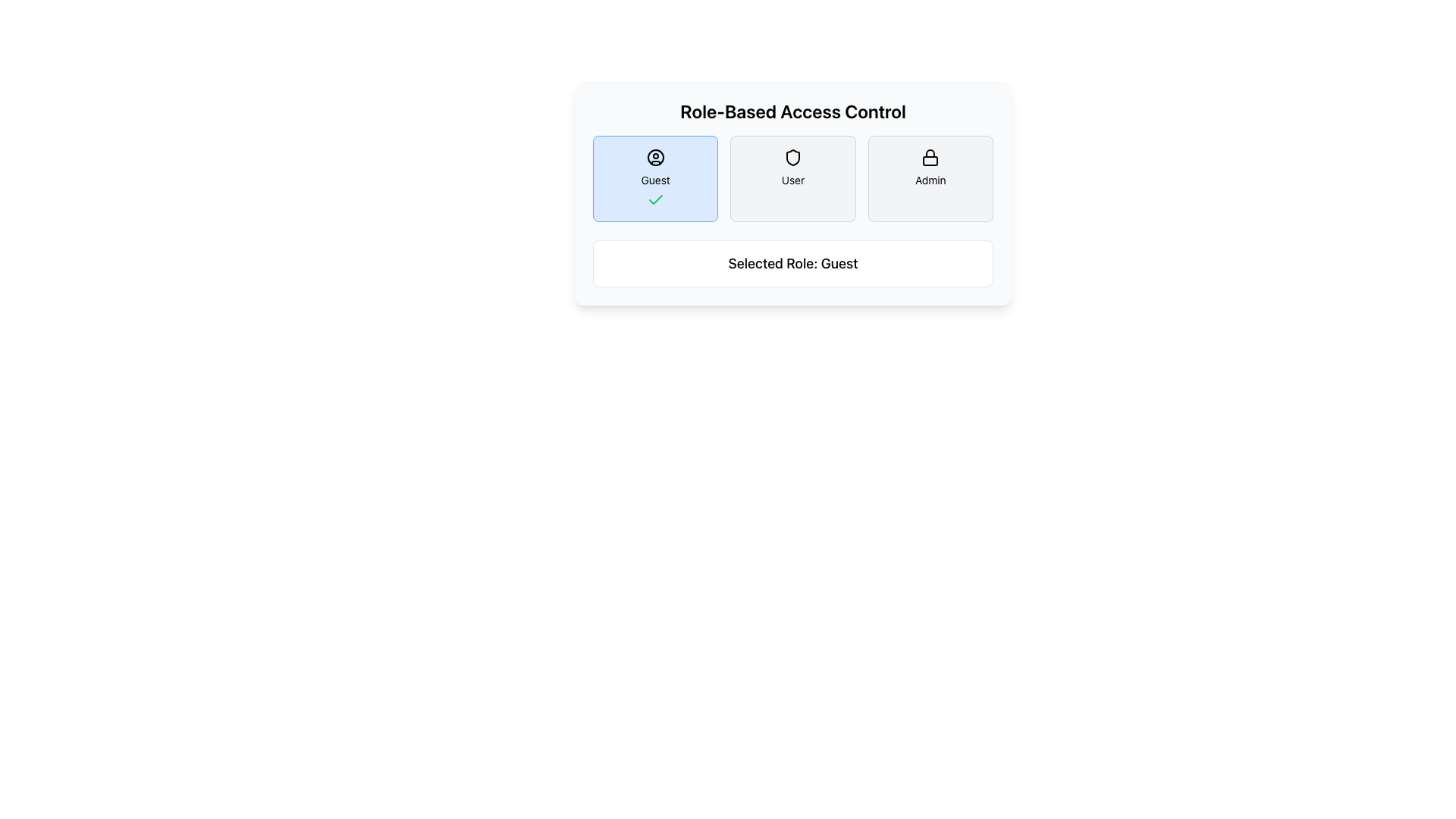  I want to click on the 'Admin' text label located at the bottom-center of the user role card, which is styled in a standard-sized sans-serif font and is part of the role selection interface, so click(930, 180).